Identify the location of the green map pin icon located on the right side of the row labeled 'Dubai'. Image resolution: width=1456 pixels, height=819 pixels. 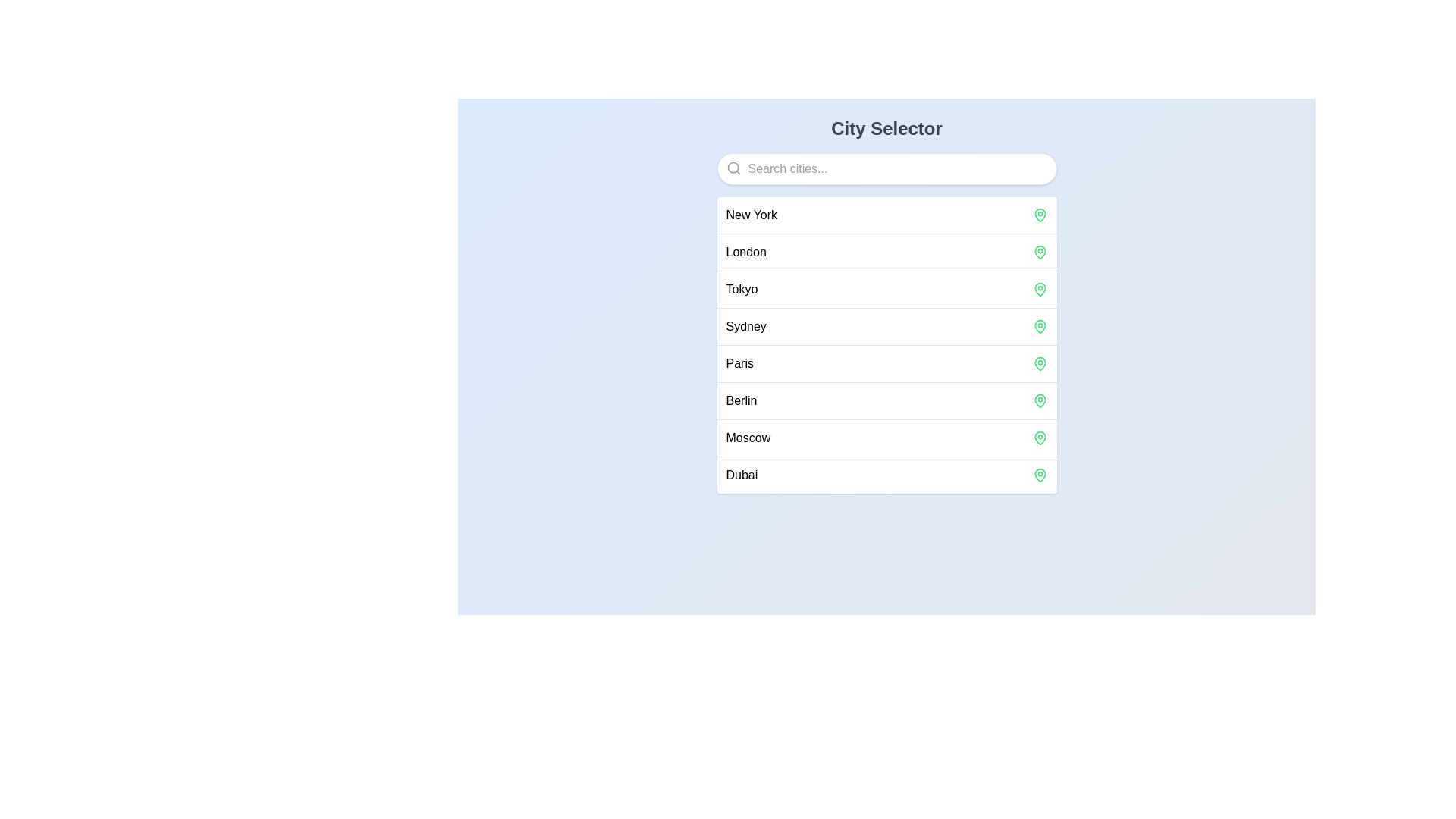
(1039, 475).